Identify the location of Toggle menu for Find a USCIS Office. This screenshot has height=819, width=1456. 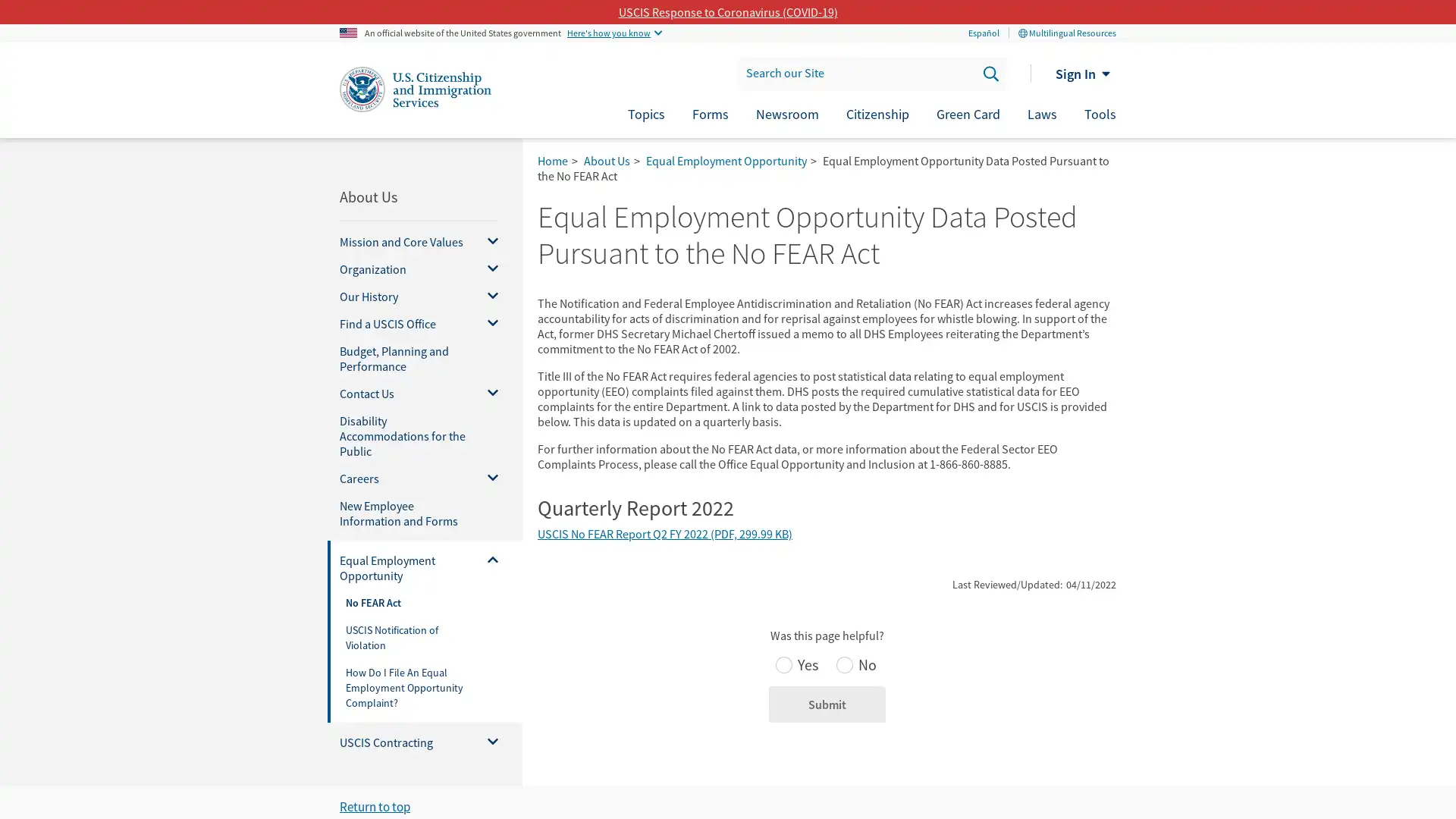
(487, 323).